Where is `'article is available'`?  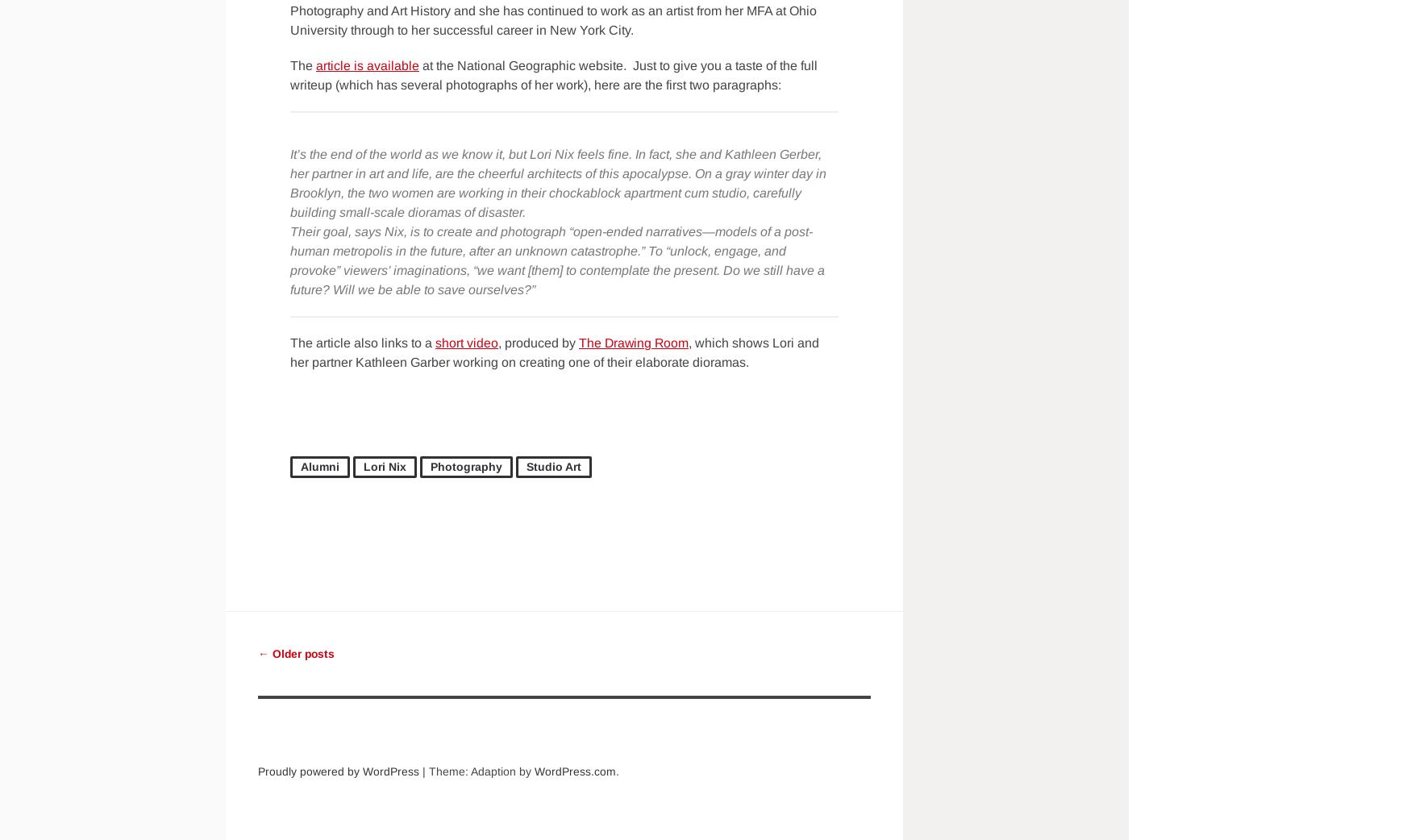 'article is available' is located at coordinates (315, 64).